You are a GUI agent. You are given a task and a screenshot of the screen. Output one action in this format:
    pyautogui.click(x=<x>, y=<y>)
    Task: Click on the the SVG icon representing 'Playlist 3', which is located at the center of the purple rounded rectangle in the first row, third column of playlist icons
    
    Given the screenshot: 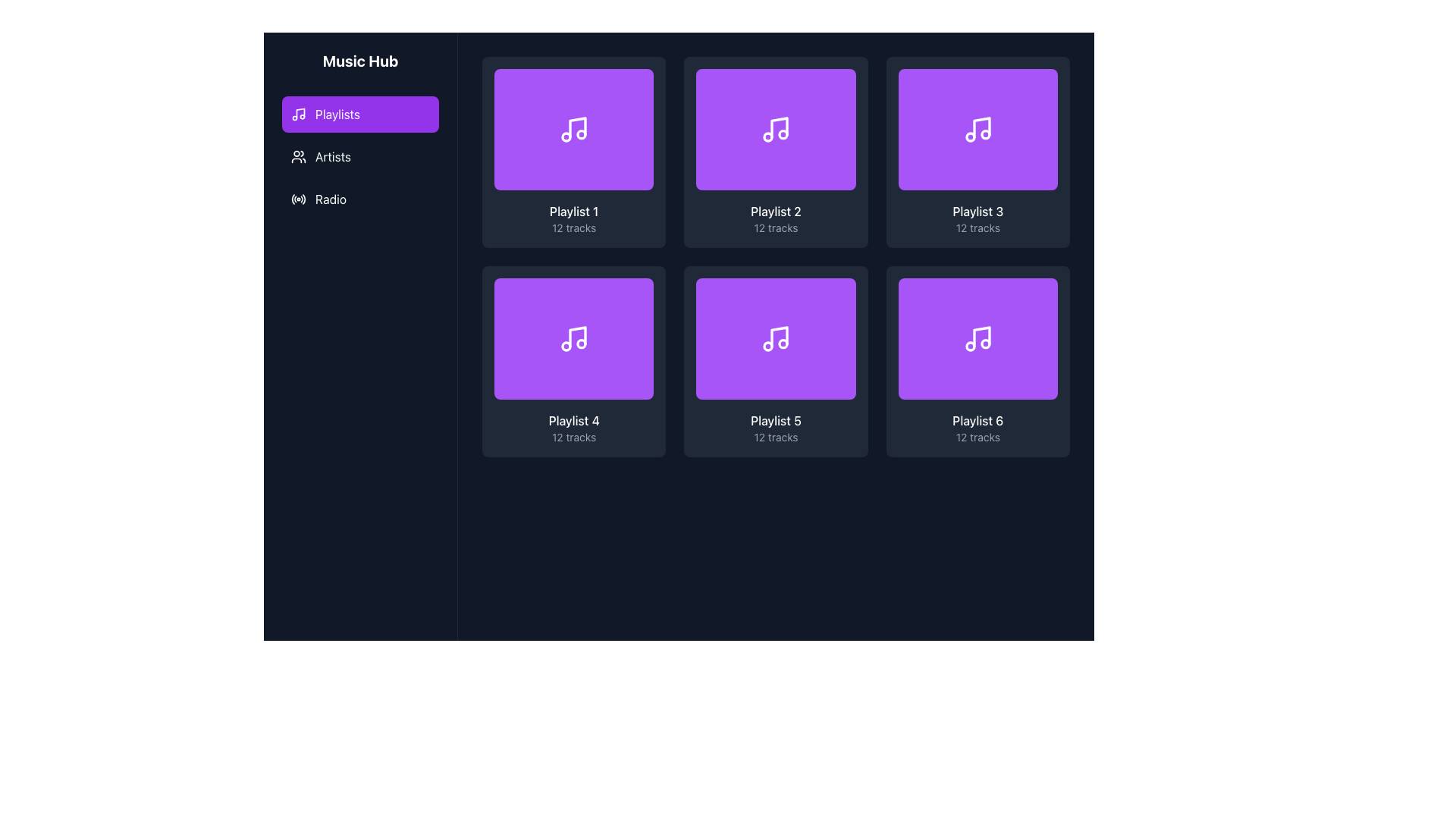 What is the action you would take?
    pyautogui.click(x=977, y=128)
    